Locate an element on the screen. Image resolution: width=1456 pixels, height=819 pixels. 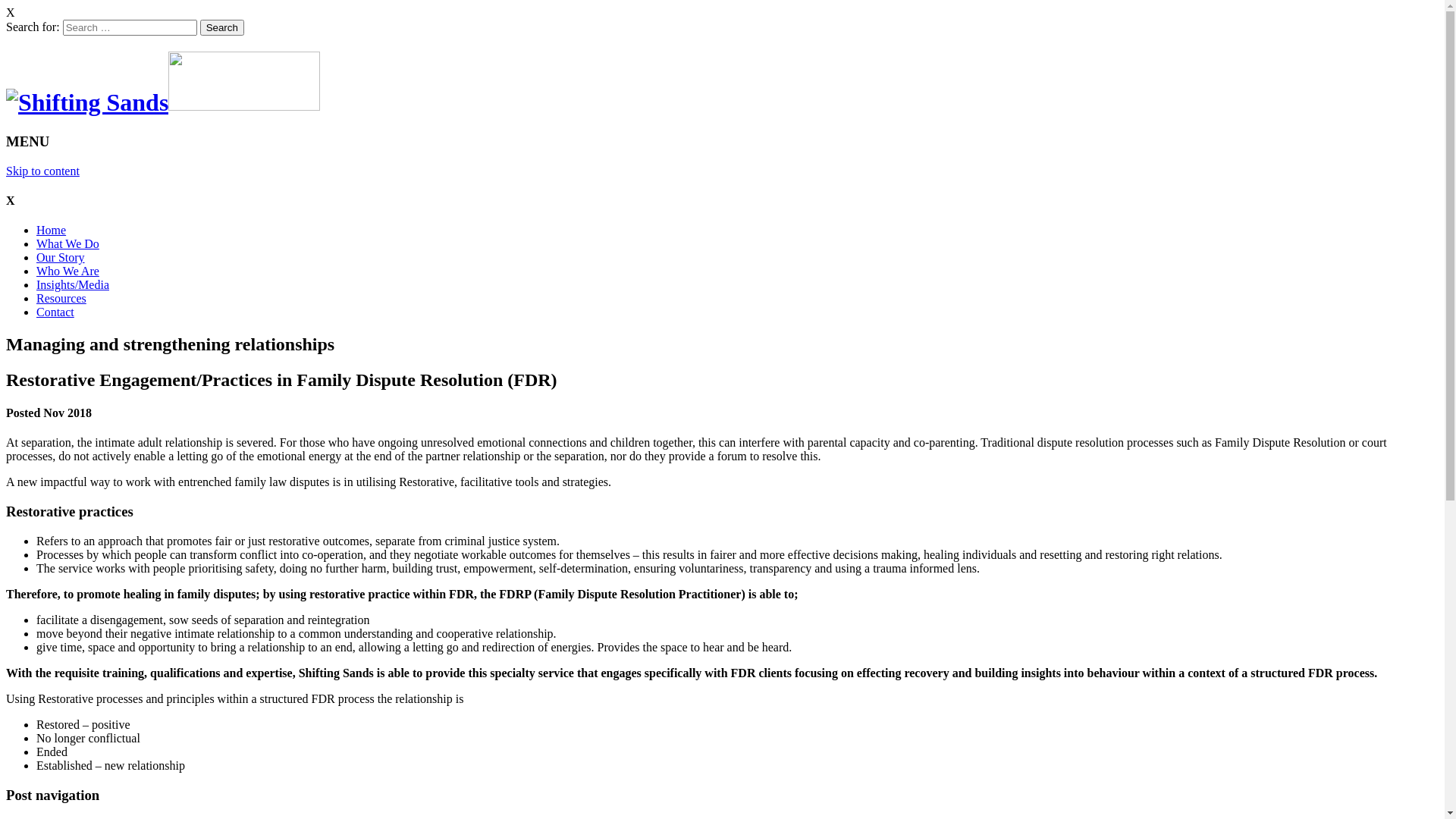
'Contact' is located at coordinates (55, 311).